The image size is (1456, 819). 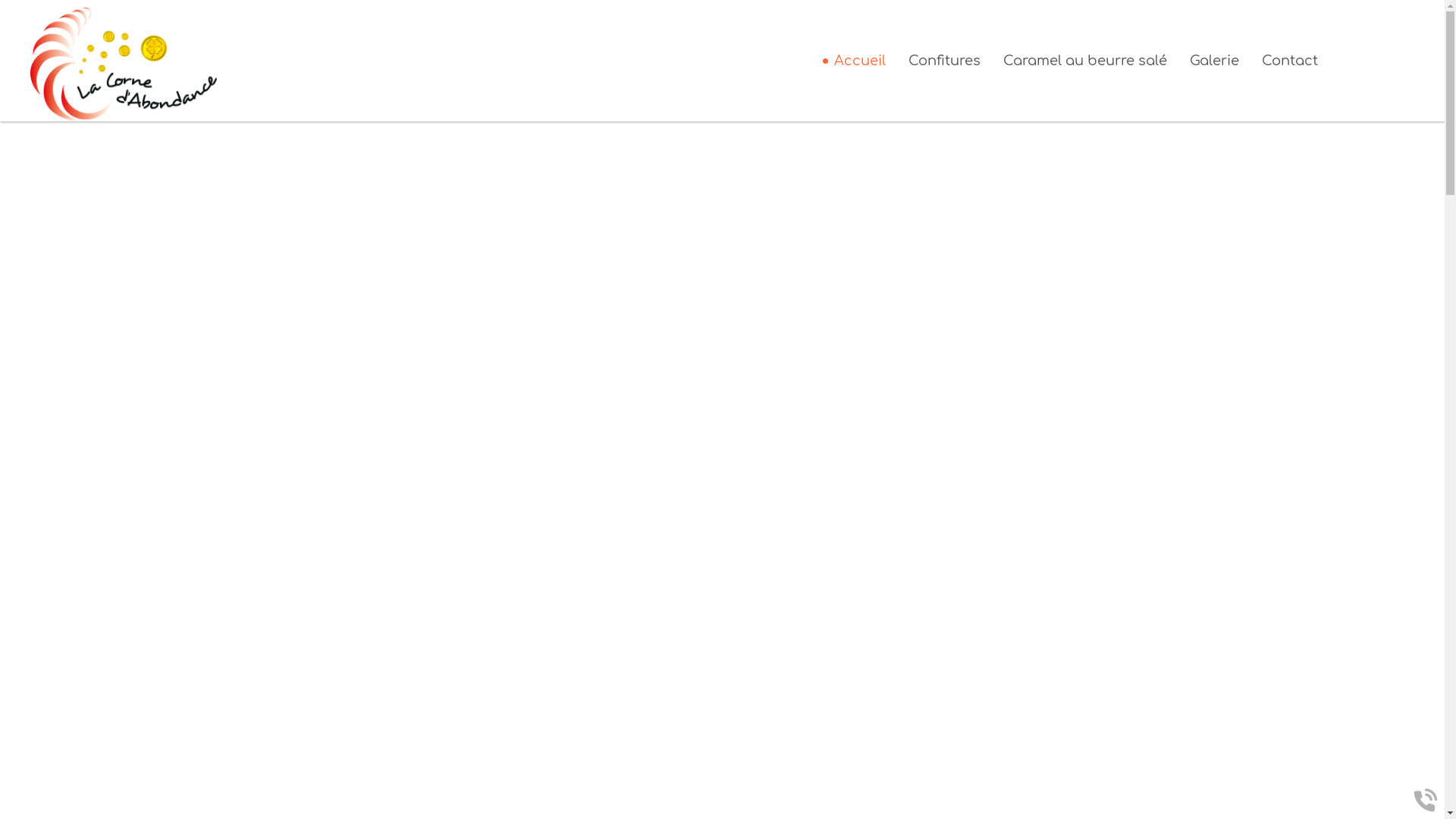 What do you see at coordinates (1288, 60) in the screenshot?
I see `'Contact'` at bounding box center [1288, 60].